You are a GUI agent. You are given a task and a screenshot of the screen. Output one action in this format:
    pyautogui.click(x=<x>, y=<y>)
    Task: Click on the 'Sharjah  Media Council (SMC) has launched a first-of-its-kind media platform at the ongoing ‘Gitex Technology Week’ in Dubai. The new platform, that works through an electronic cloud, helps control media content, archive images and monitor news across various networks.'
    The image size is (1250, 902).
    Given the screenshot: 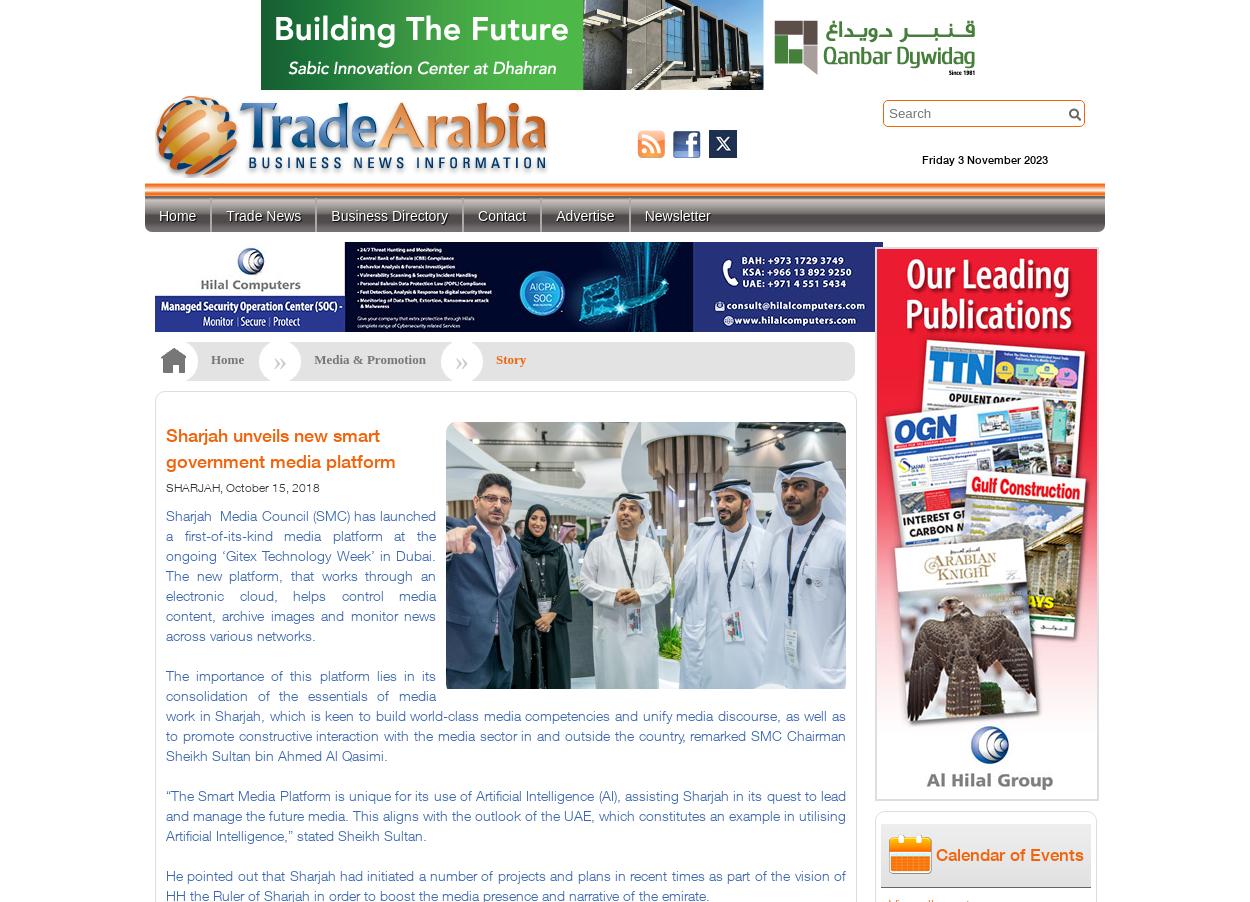 What is the action you would take?
    pyautogui.click(x=301, y=575)
    